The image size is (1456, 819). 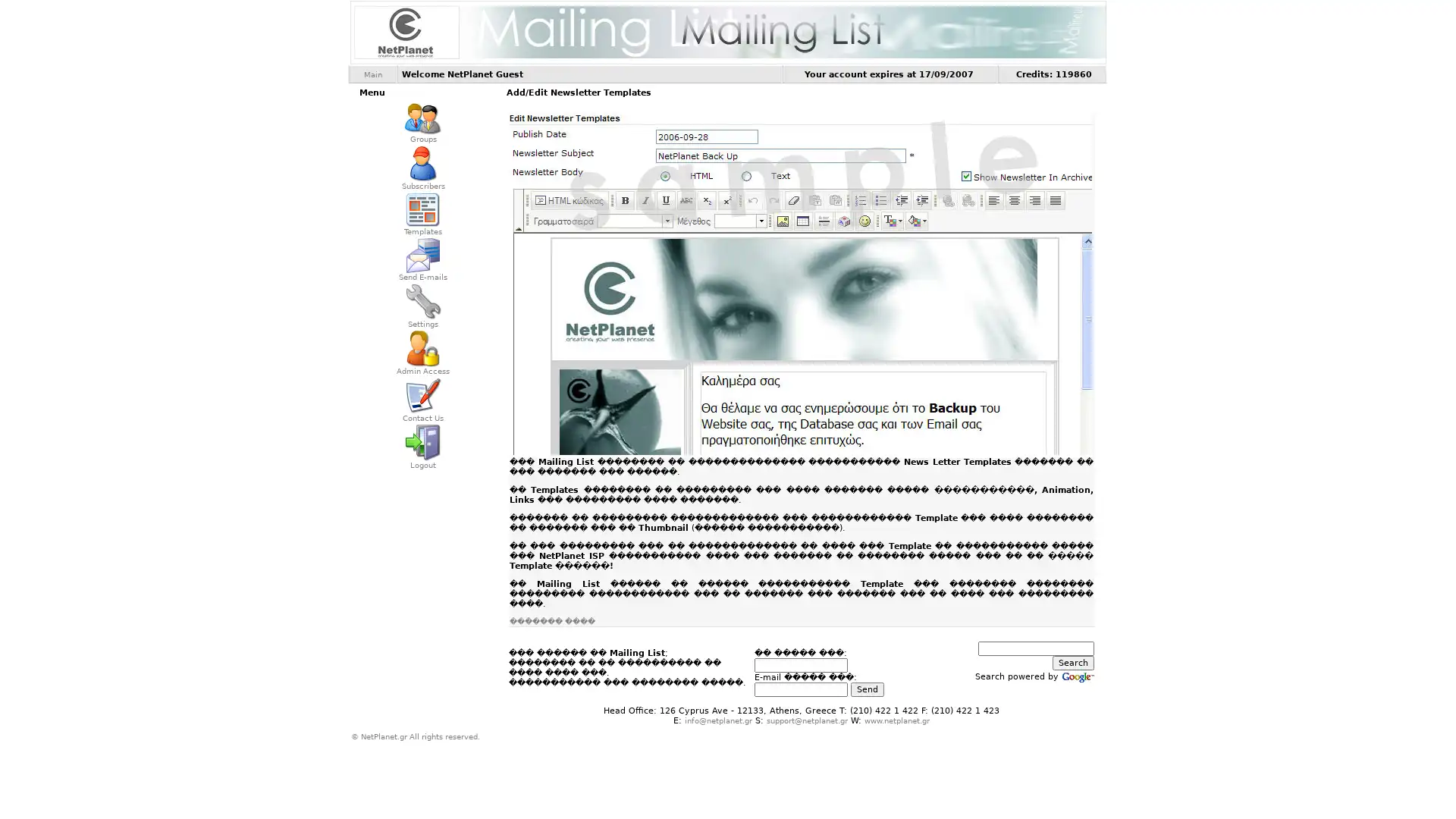 What do you see at coordinates (866, 689) in the screenshot?
I see `Send` at bounding box center [866, 689].